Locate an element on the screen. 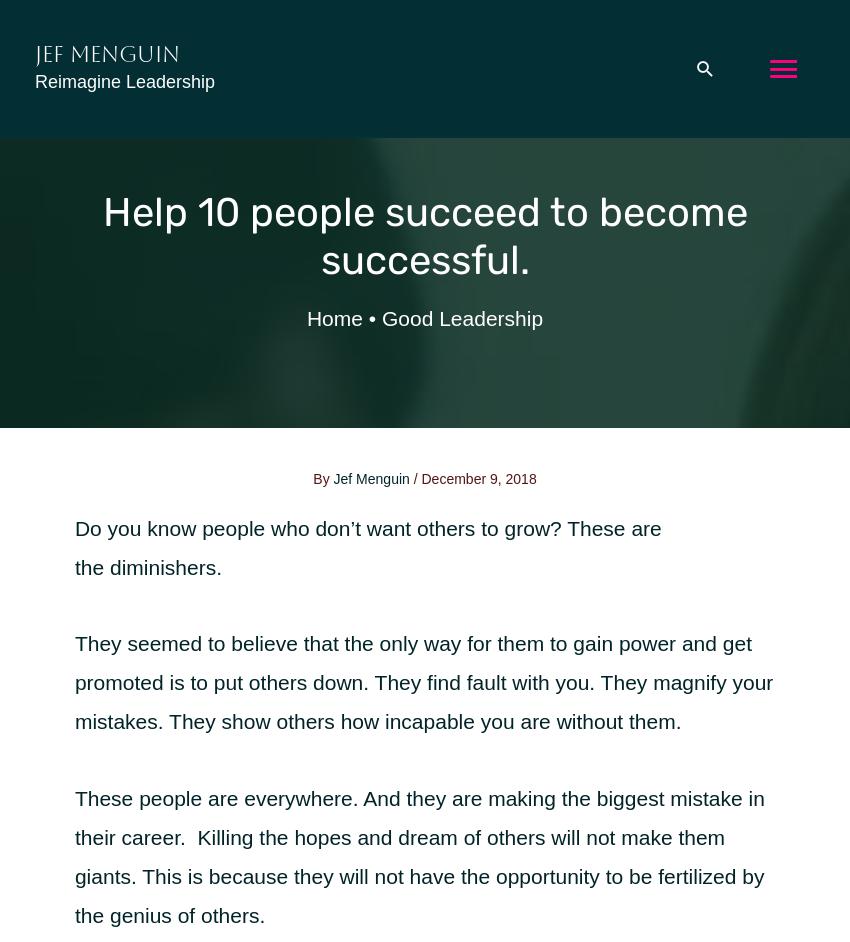 The height and width of the screenshot is (942, 850). 'These people are everywhere. And they are making the biggest mistake in their career.  Killing the hopes and dream of others will not make them giants. This is because they will not have the opportunity to be fertilized by the genius of others.' is located at coordinates (418, 857).